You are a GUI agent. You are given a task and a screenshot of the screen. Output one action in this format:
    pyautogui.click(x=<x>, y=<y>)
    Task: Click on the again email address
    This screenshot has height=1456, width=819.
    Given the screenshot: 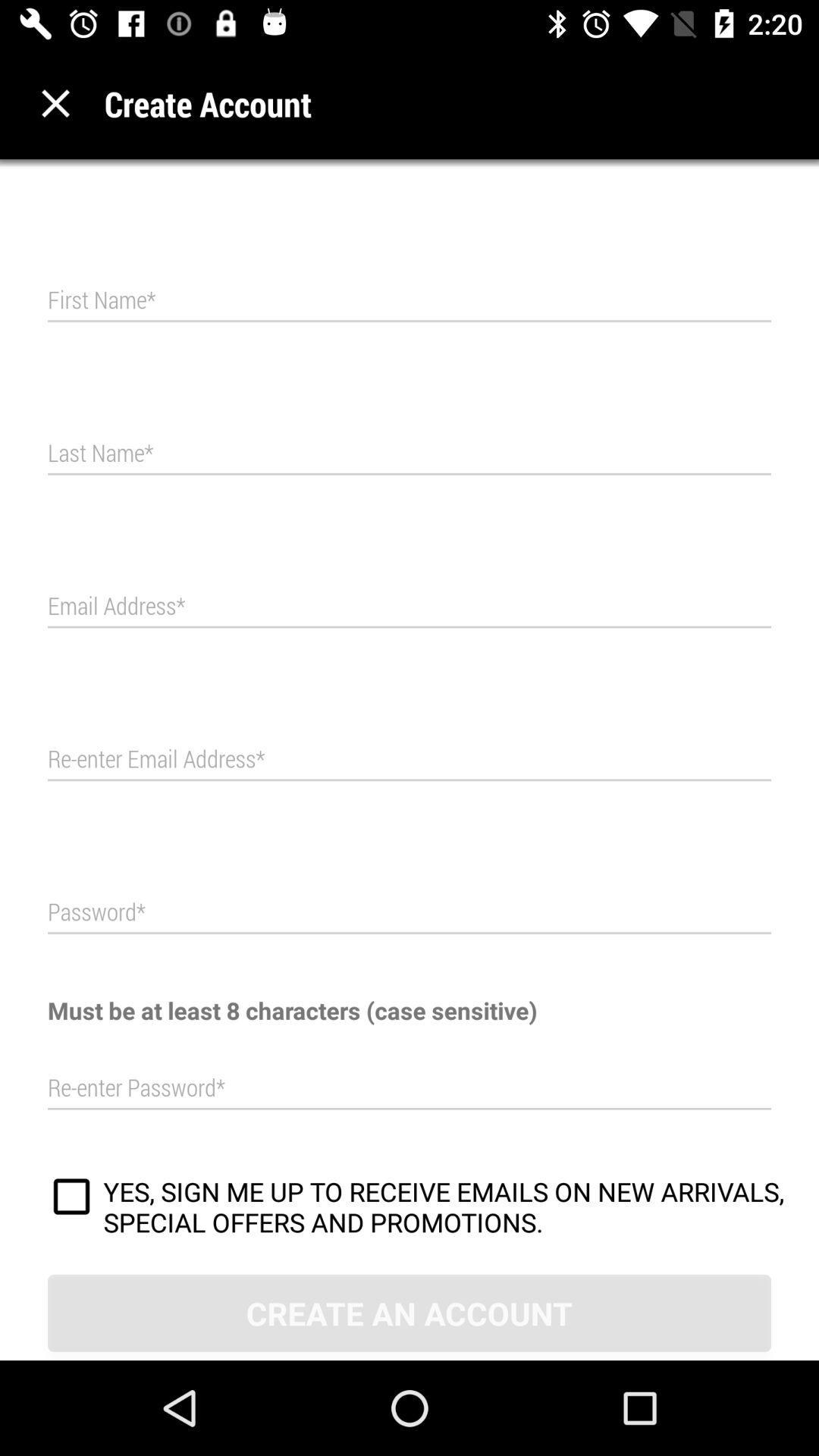 What is the action you would take?
    pyautogui.click(x=409, y=760)
    